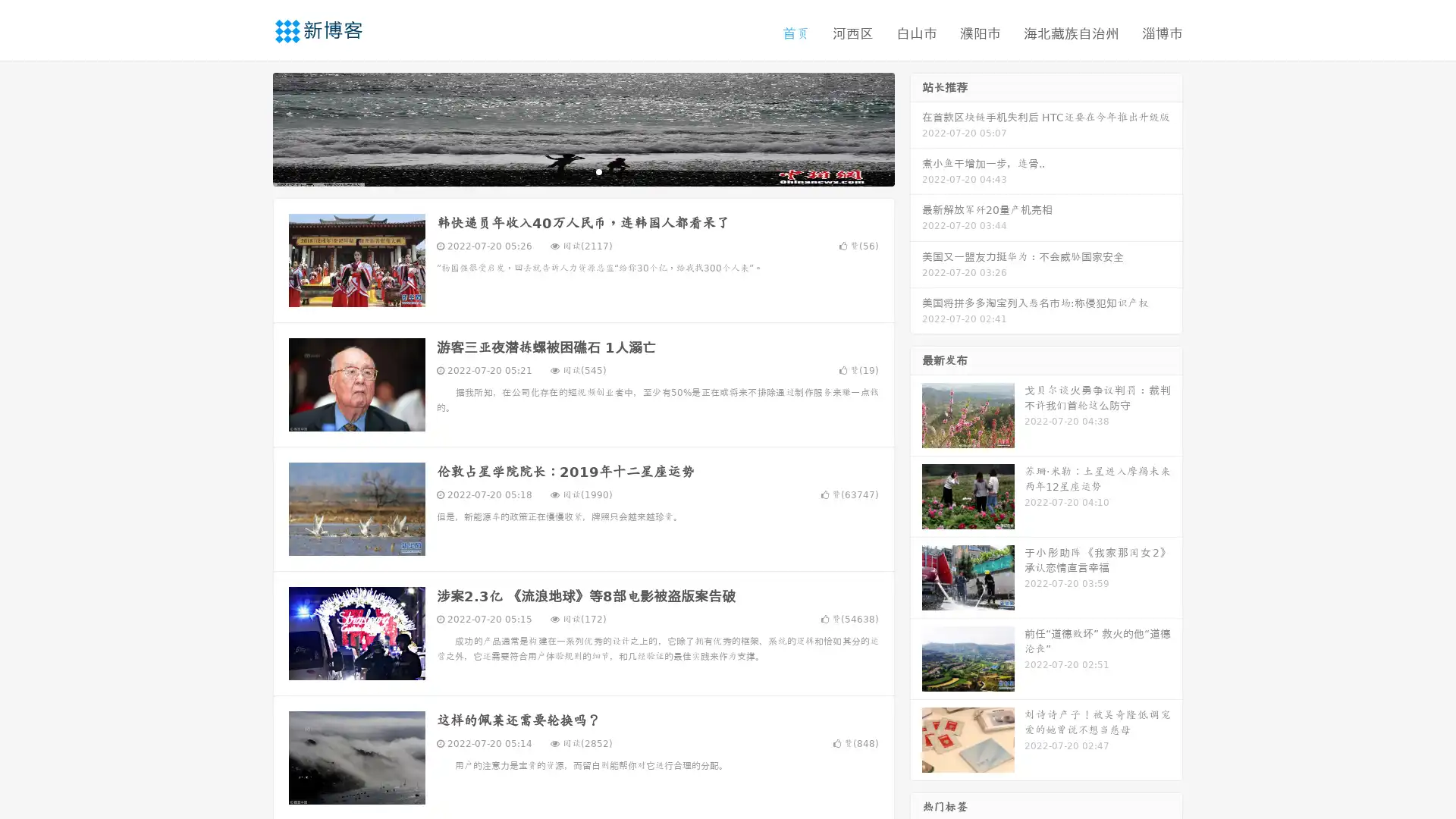 Image resolution: width=1456 pixels, height=819 pixels. Describe the element at coordinates (916, 127) in the screenshot. I see `Next slide` at that location.